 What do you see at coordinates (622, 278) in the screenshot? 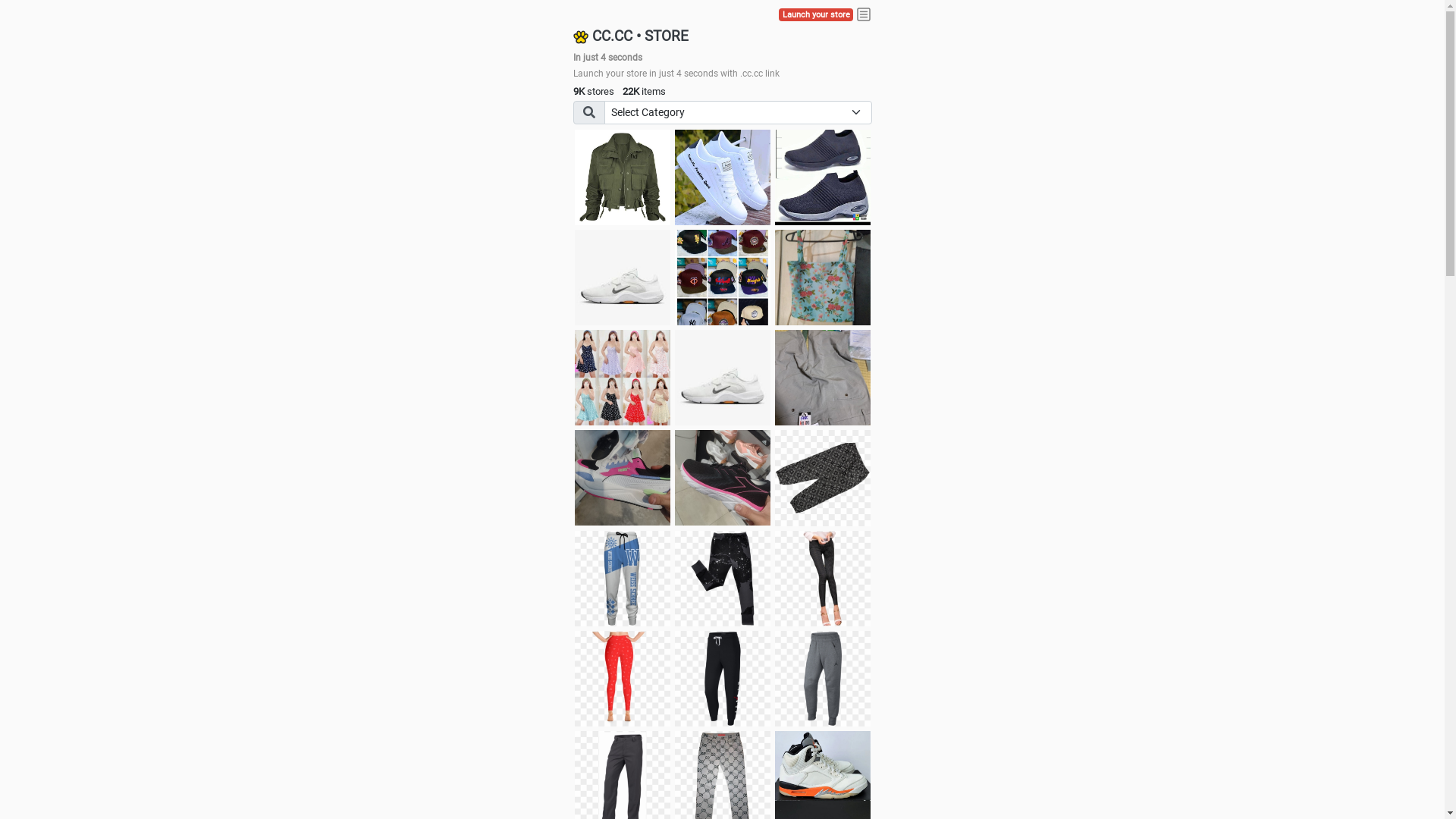
I see `'Shoes for boys'` at bounding box center [622, 278].